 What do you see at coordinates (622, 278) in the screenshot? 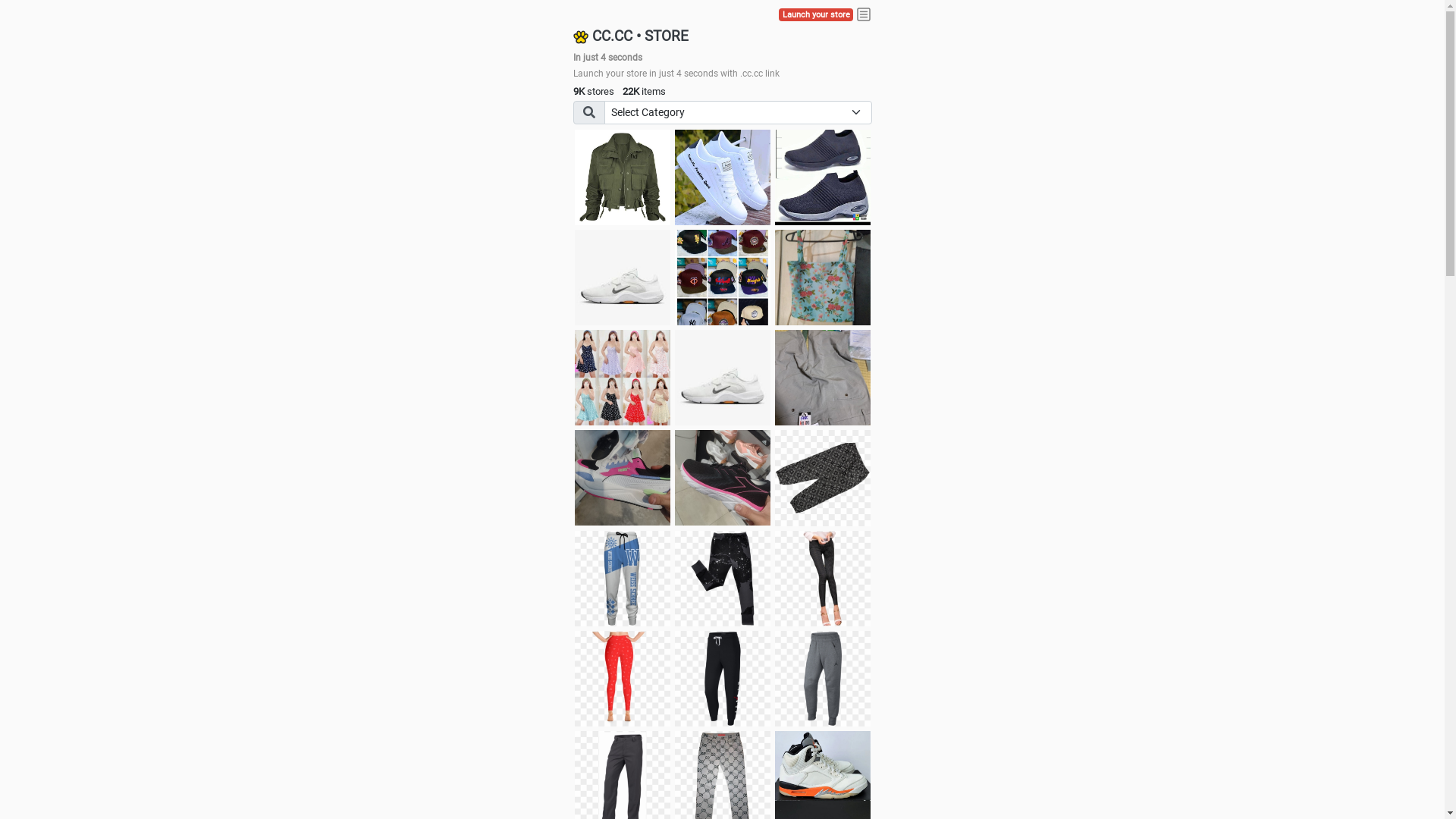
I see `'Shoes for boys'` at bounding box center [622, 278].